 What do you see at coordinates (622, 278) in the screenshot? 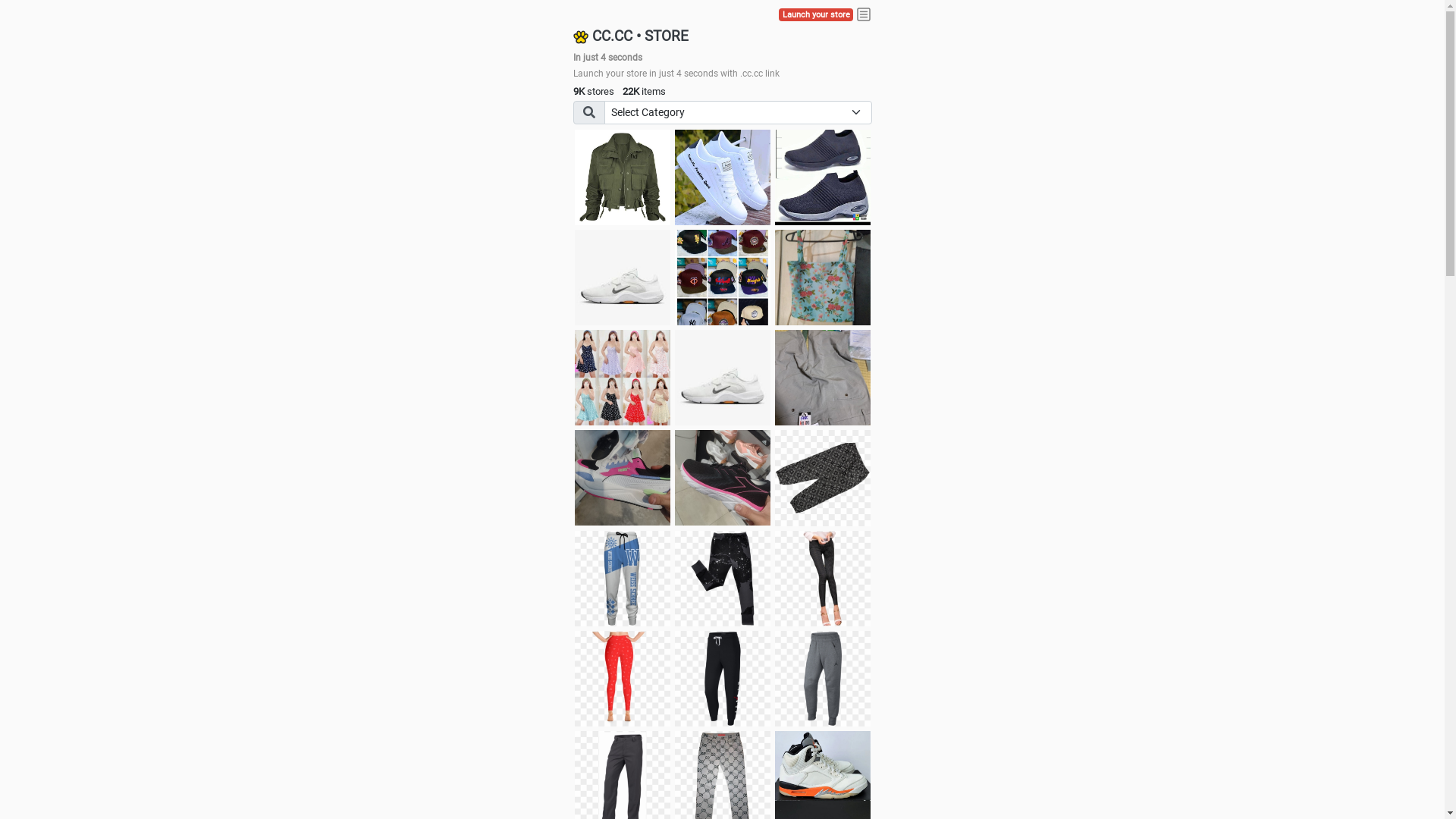
I see `'Shoes for boys'` at bounding box center [622, 278].